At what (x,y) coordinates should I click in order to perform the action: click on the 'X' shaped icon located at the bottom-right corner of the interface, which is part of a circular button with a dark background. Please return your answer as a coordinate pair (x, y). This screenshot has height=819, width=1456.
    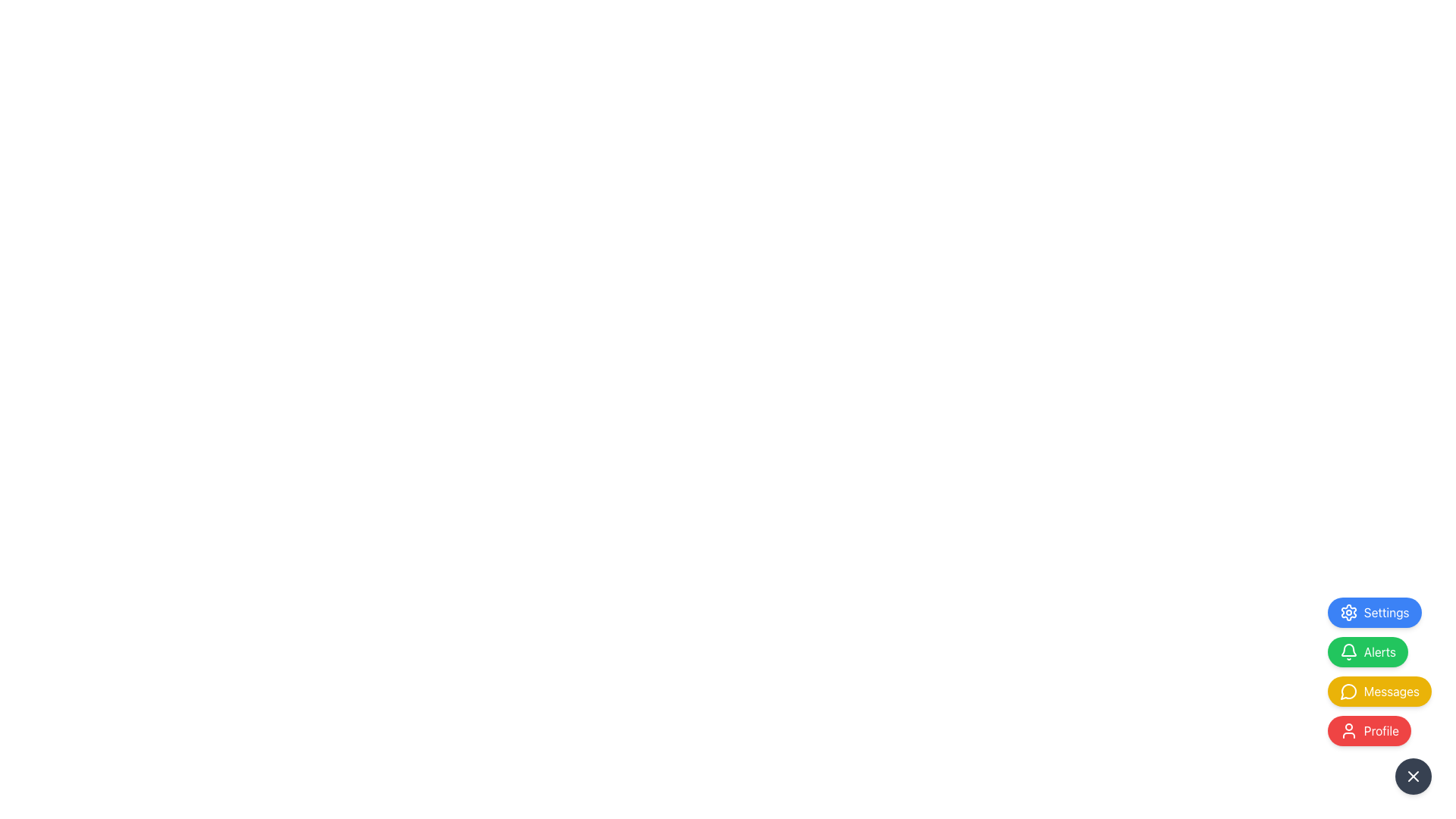
    Looking at the image, I should click on (1412, 776).